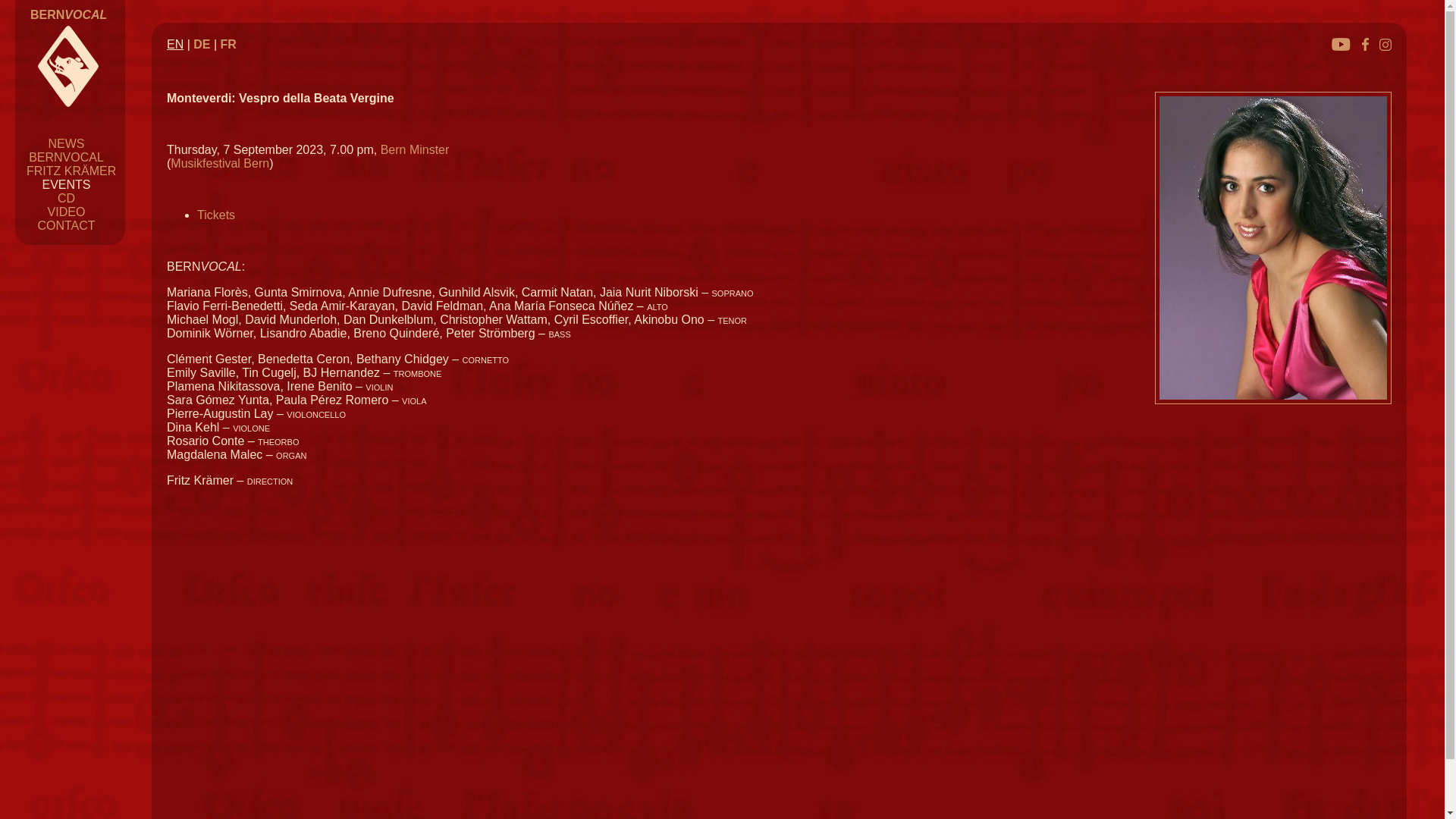  What do you see at coordinates (65, 157) in the screenshot?
I see `'BERNVOCAL'` at bounding box center [65, 157].